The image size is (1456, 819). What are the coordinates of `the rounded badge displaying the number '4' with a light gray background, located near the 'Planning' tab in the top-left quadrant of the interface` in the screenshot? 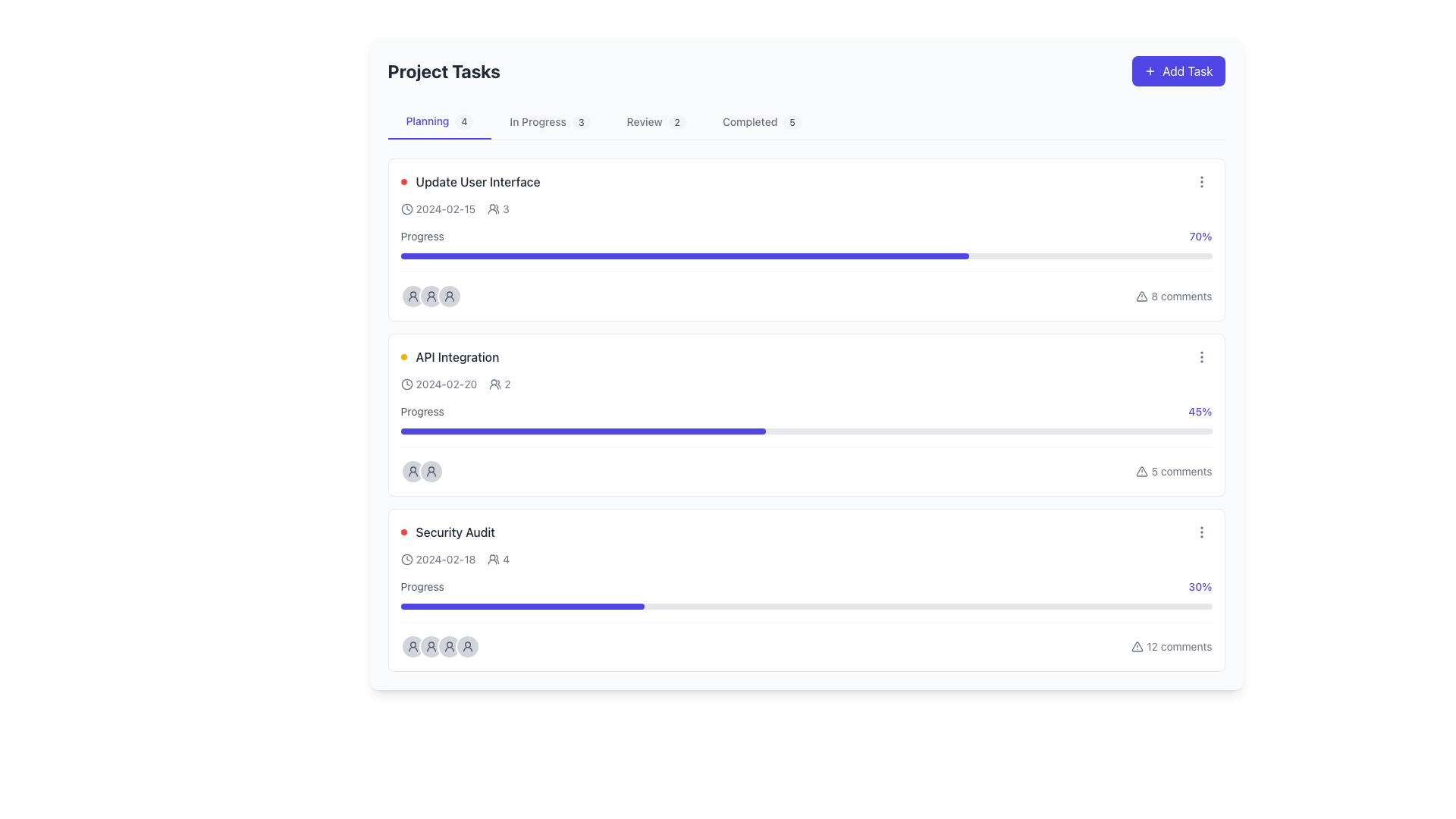 It's located at (463, 121).